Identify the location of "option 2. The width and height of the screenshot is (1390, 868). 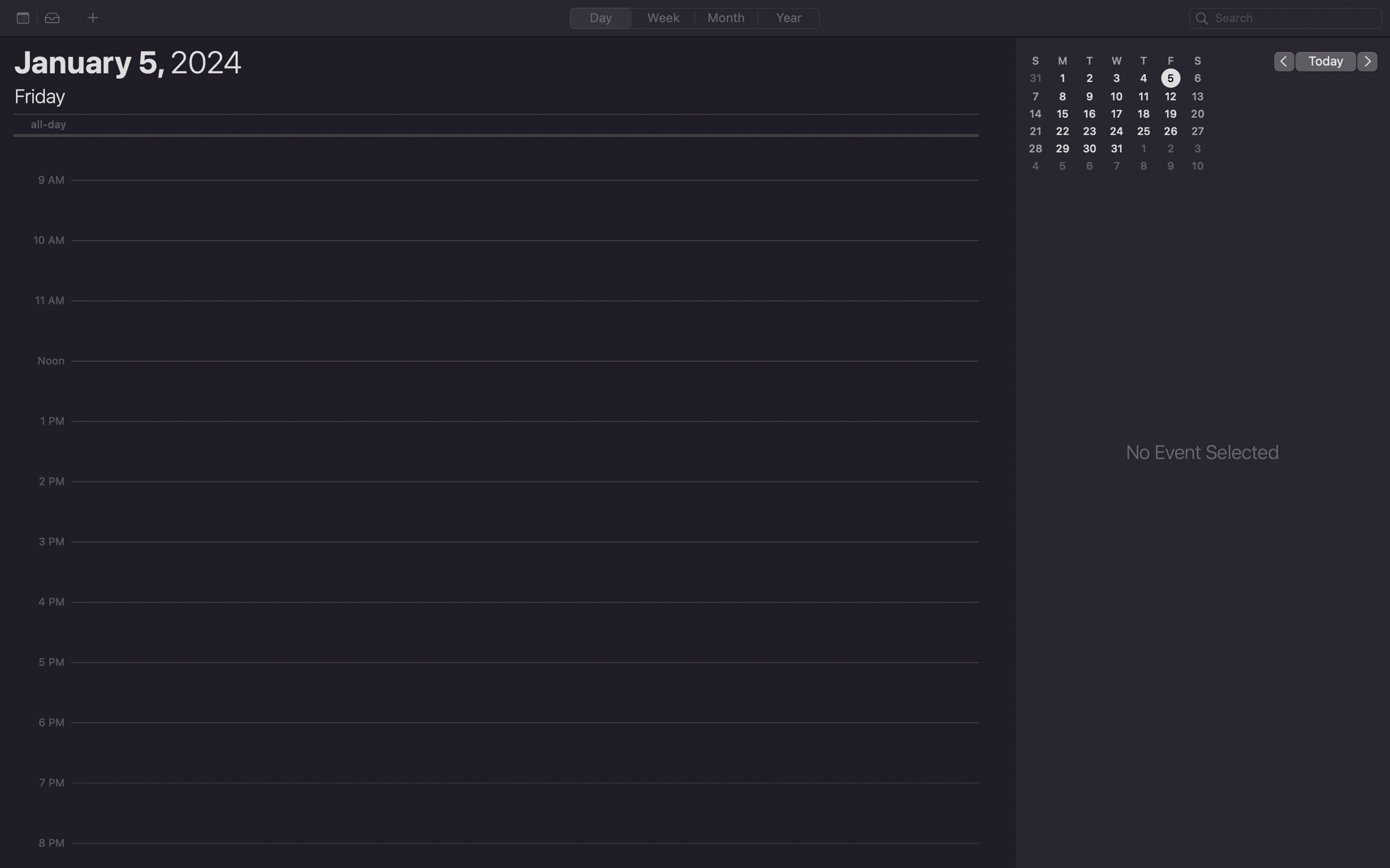
(52, 18).